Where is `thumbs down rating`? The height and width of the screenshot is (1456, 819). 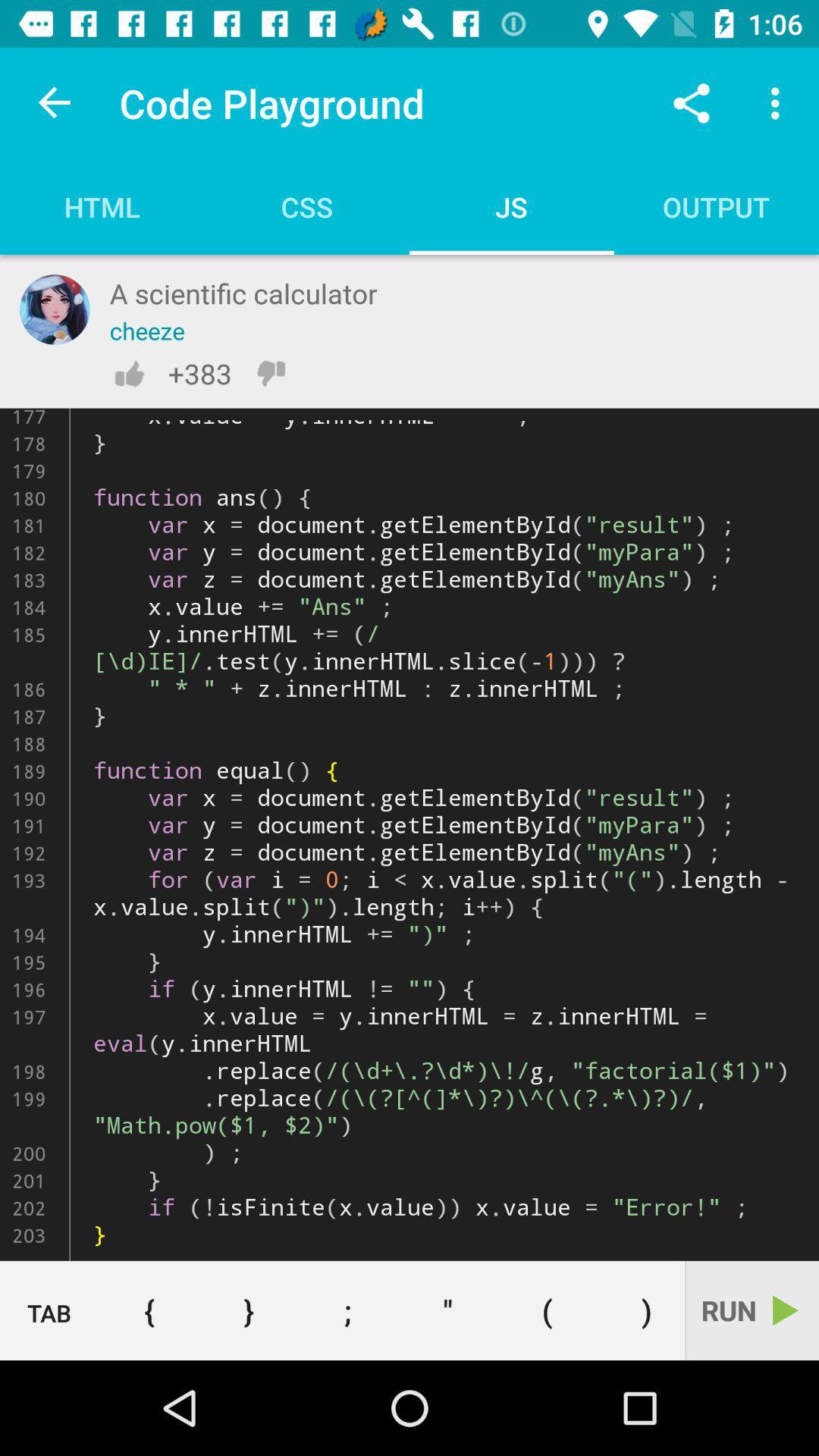
thumbs down rating is located at coordinates (270, 373).